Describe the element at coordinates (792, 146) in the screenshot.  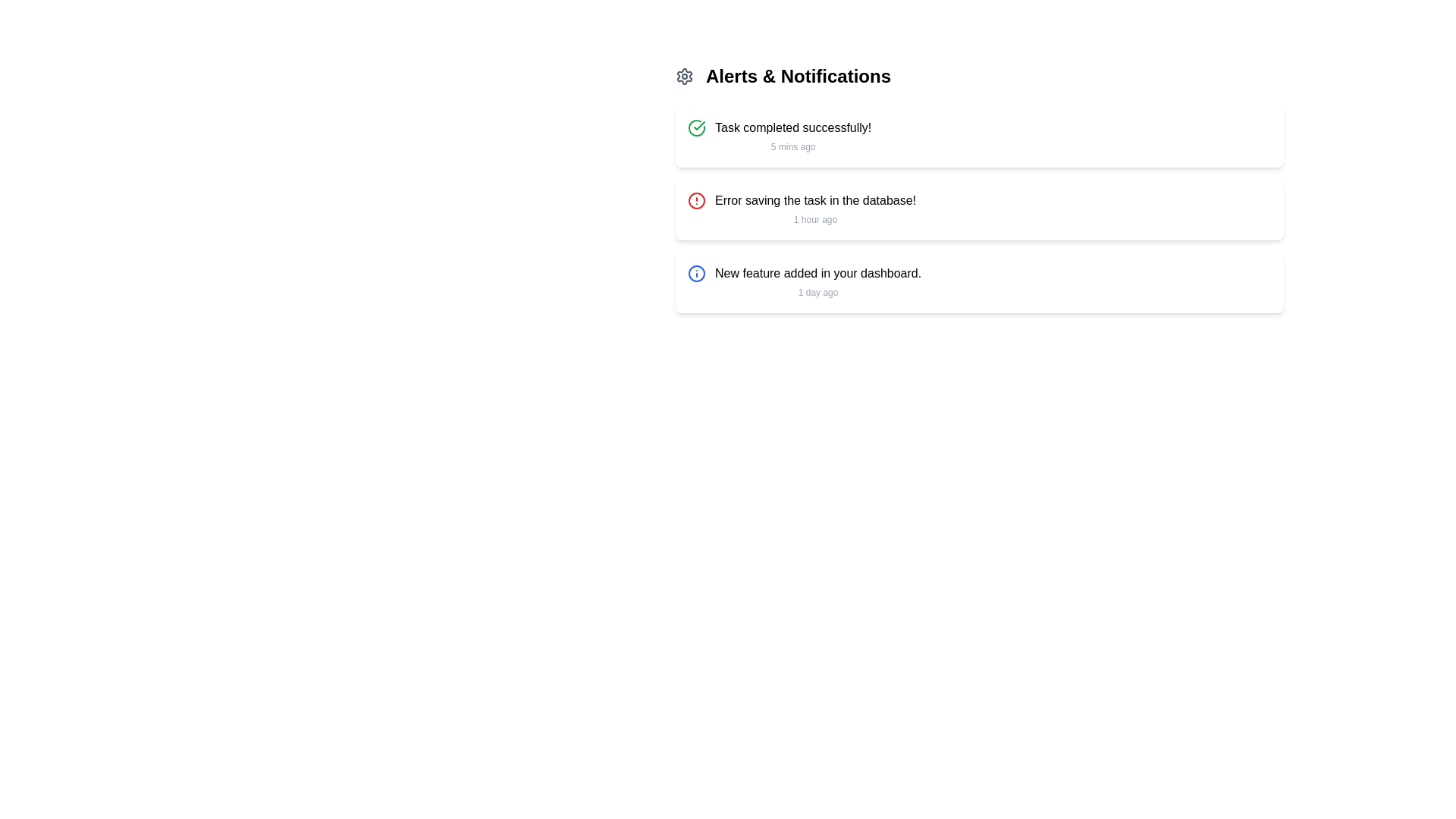
I see `timestamp text label located beneath the 'Task completed successfully!' message within the 'Alerts & Notifications' section` at that location.